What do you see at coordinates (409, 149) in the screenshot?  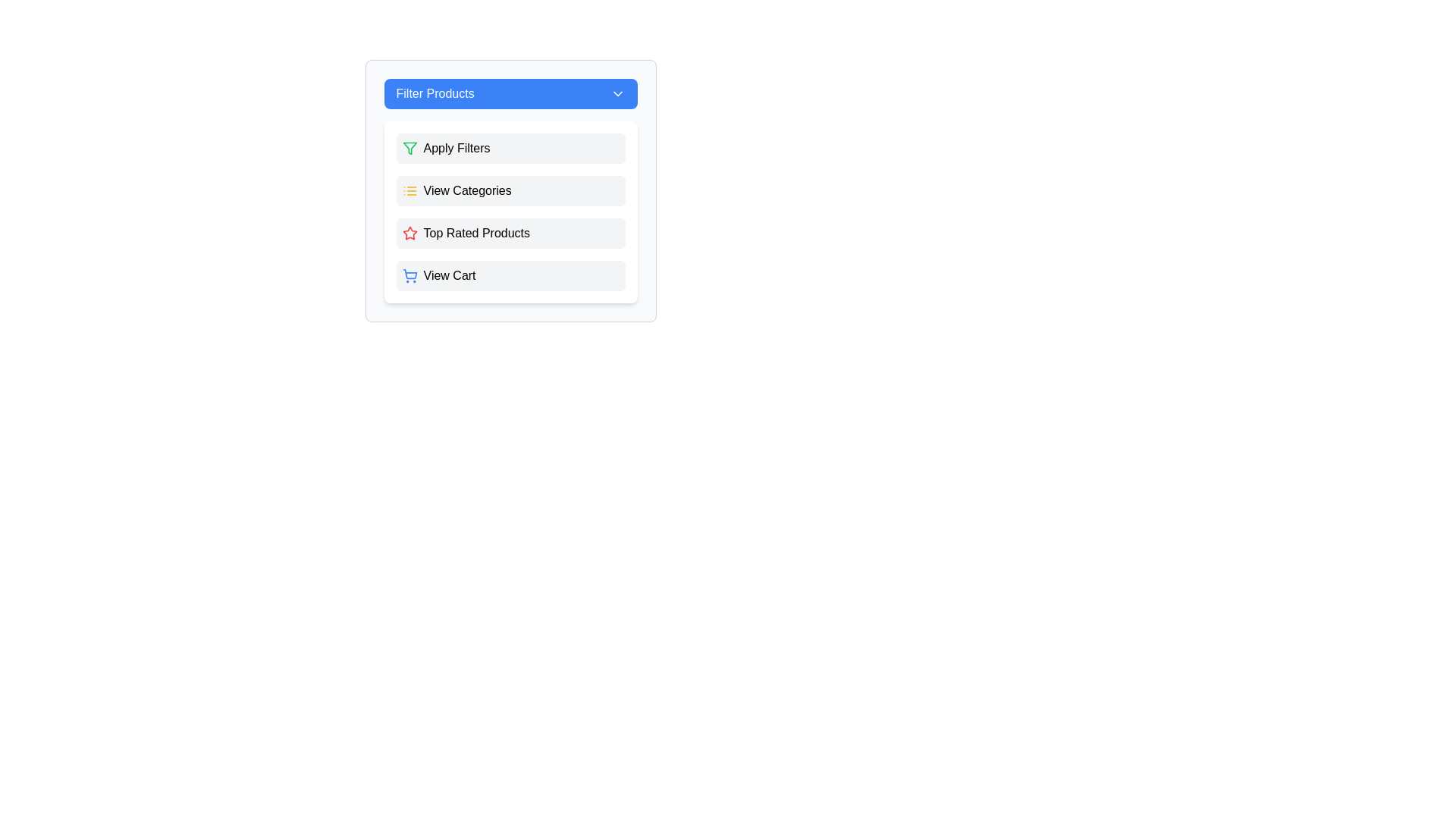 I see `the vibrant green funnel icon located under the 'Filter Products' dropdown menu, adjacent to the 'Apply Filters' label` at bounding box center [409, 149].